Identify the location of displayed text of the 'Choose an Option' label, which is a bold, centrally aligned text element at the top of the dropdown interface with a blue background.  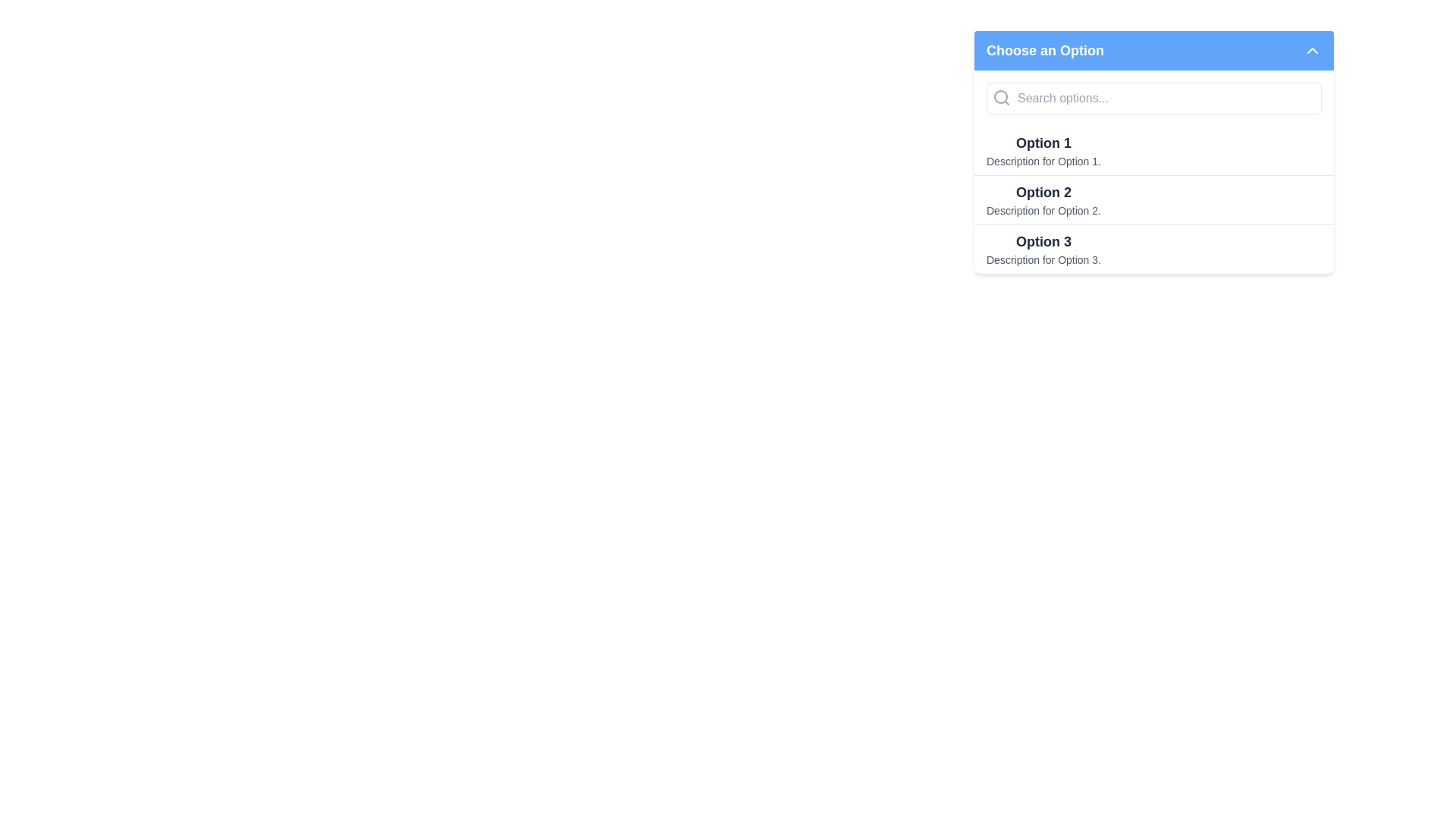
(1044, 49).